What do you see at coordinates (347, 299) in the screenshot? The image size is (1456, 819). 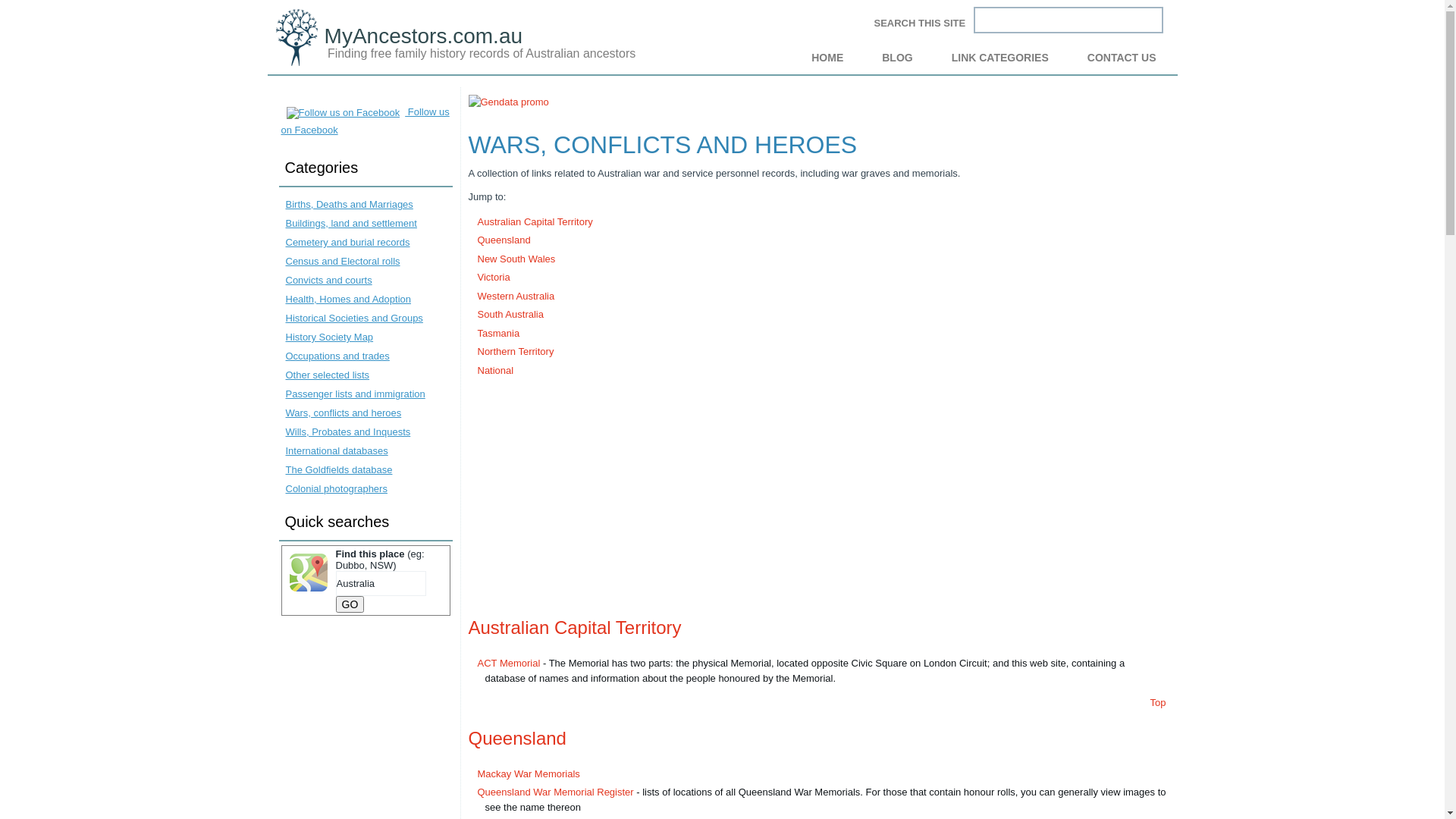 I see `'Health, Homes and Adoption'` at bounding box center [347, 299].